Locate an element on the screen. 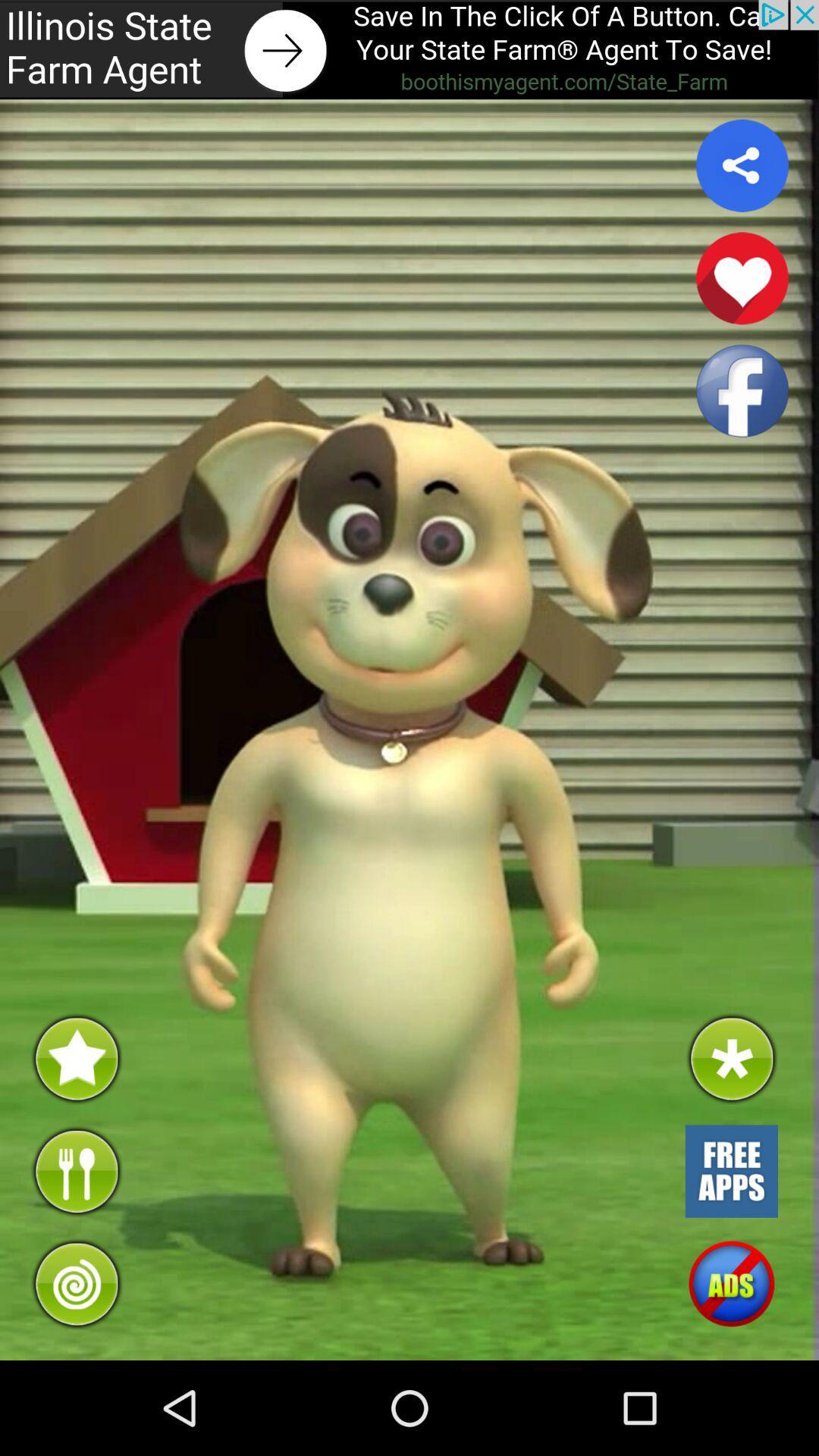 The image size is (819, 1456). advertisement is located at coordinates (409, 49).